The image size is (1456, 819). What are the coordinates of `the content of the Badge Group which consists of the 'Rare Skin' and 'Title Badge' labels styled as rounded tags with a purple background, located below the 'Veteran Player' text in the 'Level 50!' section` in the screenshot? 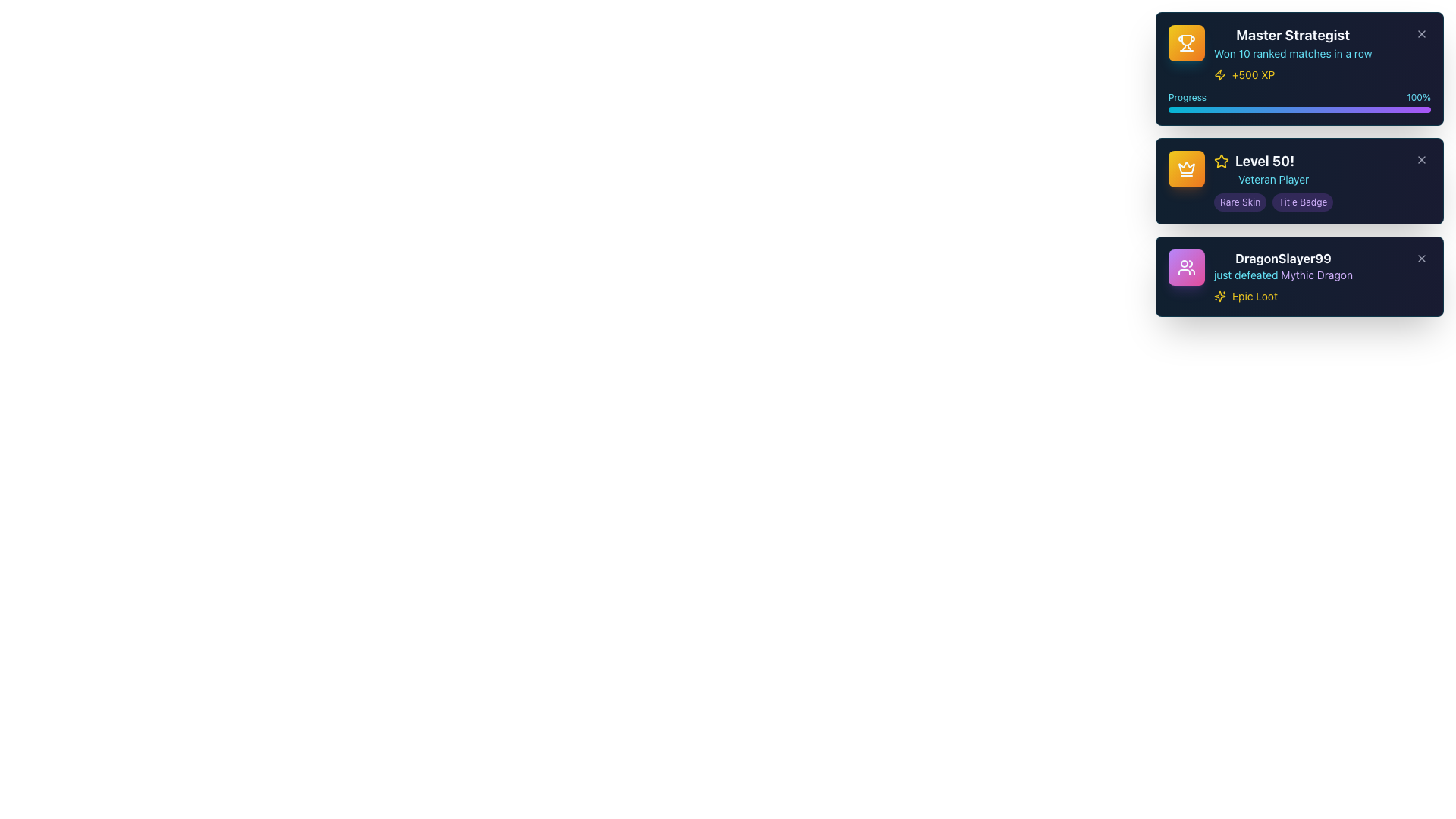 It's located at (1273, 201).